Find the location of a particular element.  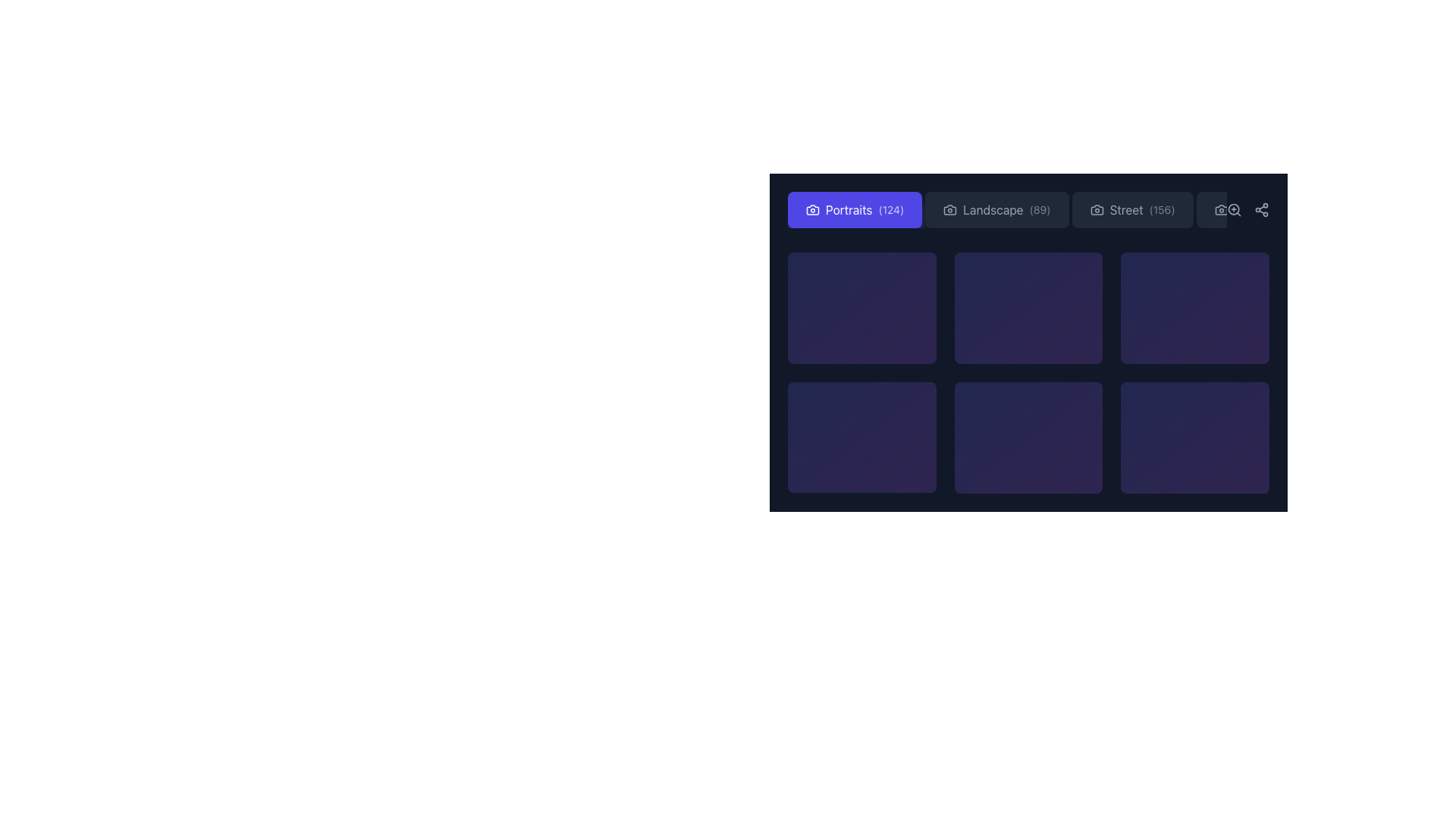

the text label representing the count of items in the 'Street' category, which displays '(156)' and is located to the immediate right of the text 'Street' in the navigation menu is located at coordinates (1161, 210).